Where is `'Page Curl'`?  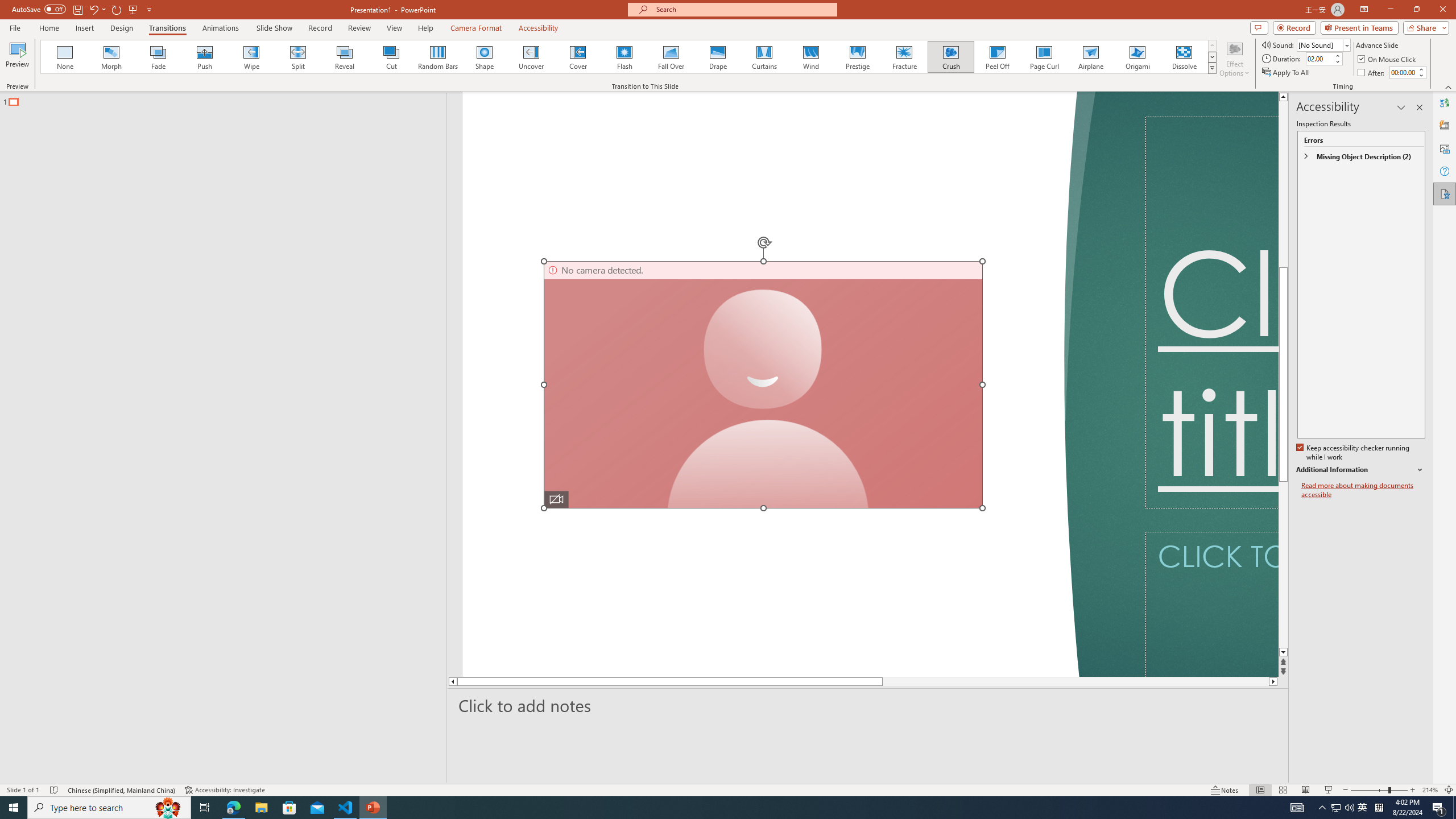 'Page Curl' is located at coordinates (1043, 56).